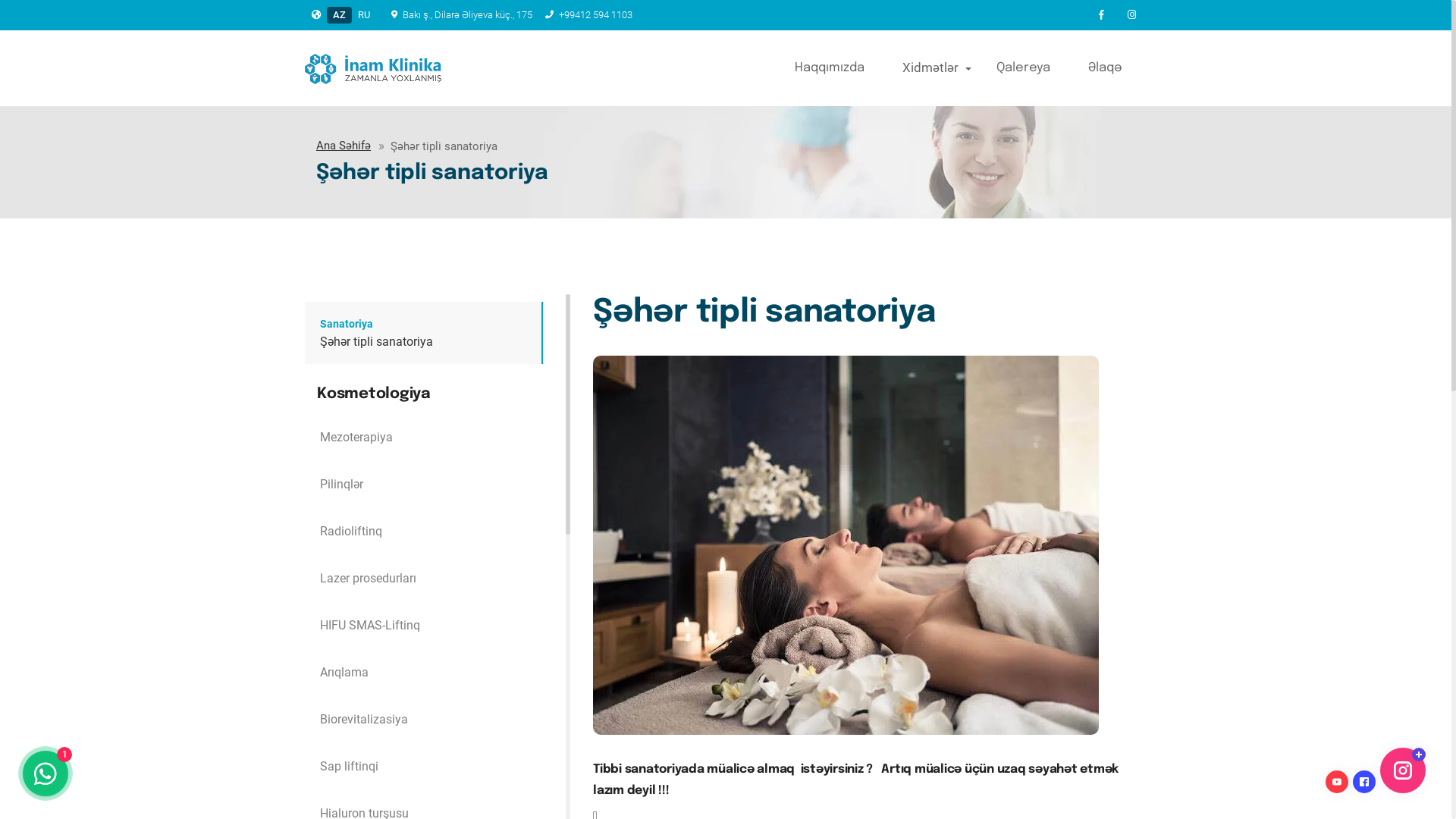 The width and height of the screenshot is (1456, 819). I want to click on 'Qalereya', so click(1028, 67).